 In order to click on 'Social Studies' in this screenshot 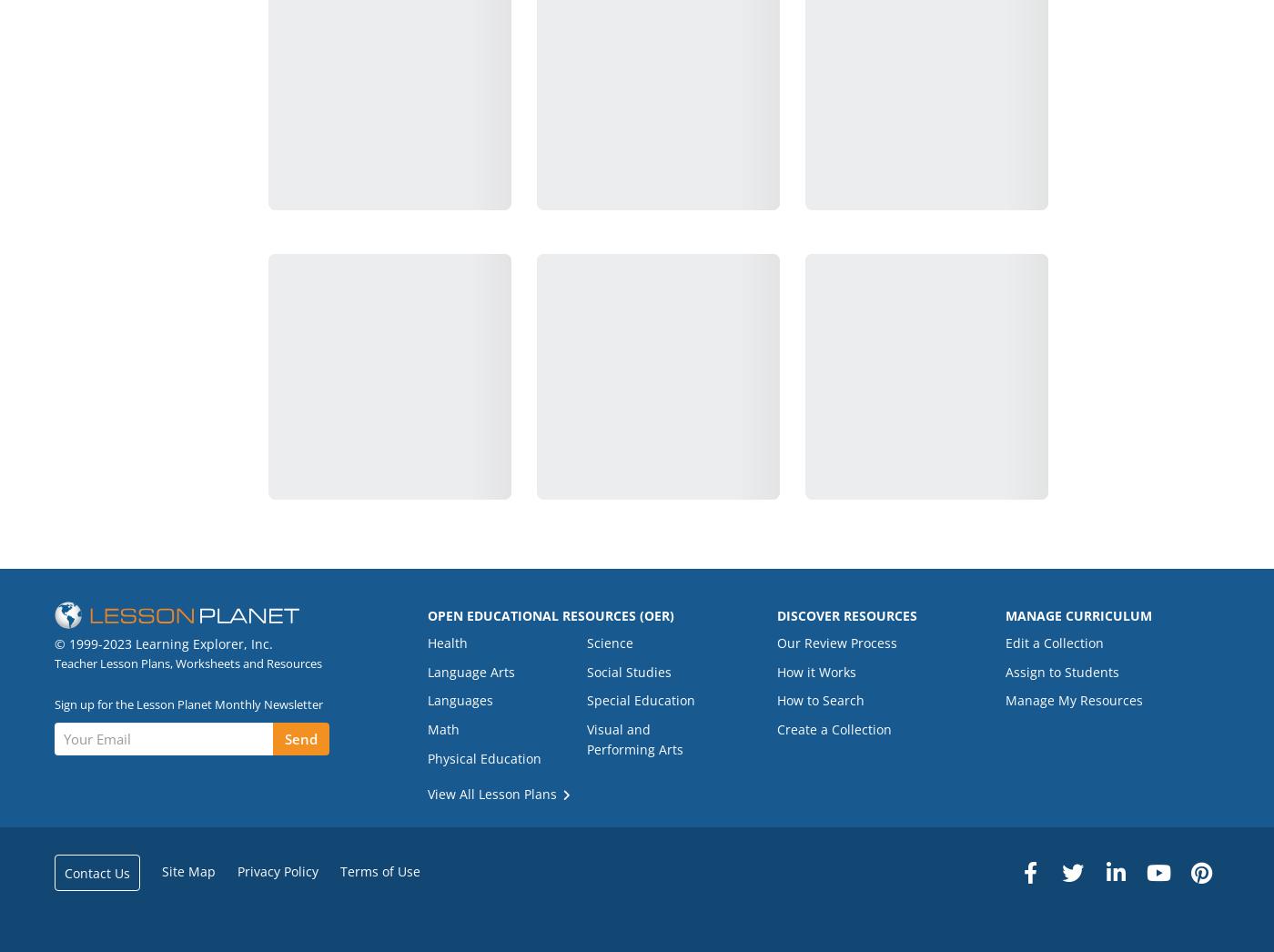, I will do `click(628, 670)`.